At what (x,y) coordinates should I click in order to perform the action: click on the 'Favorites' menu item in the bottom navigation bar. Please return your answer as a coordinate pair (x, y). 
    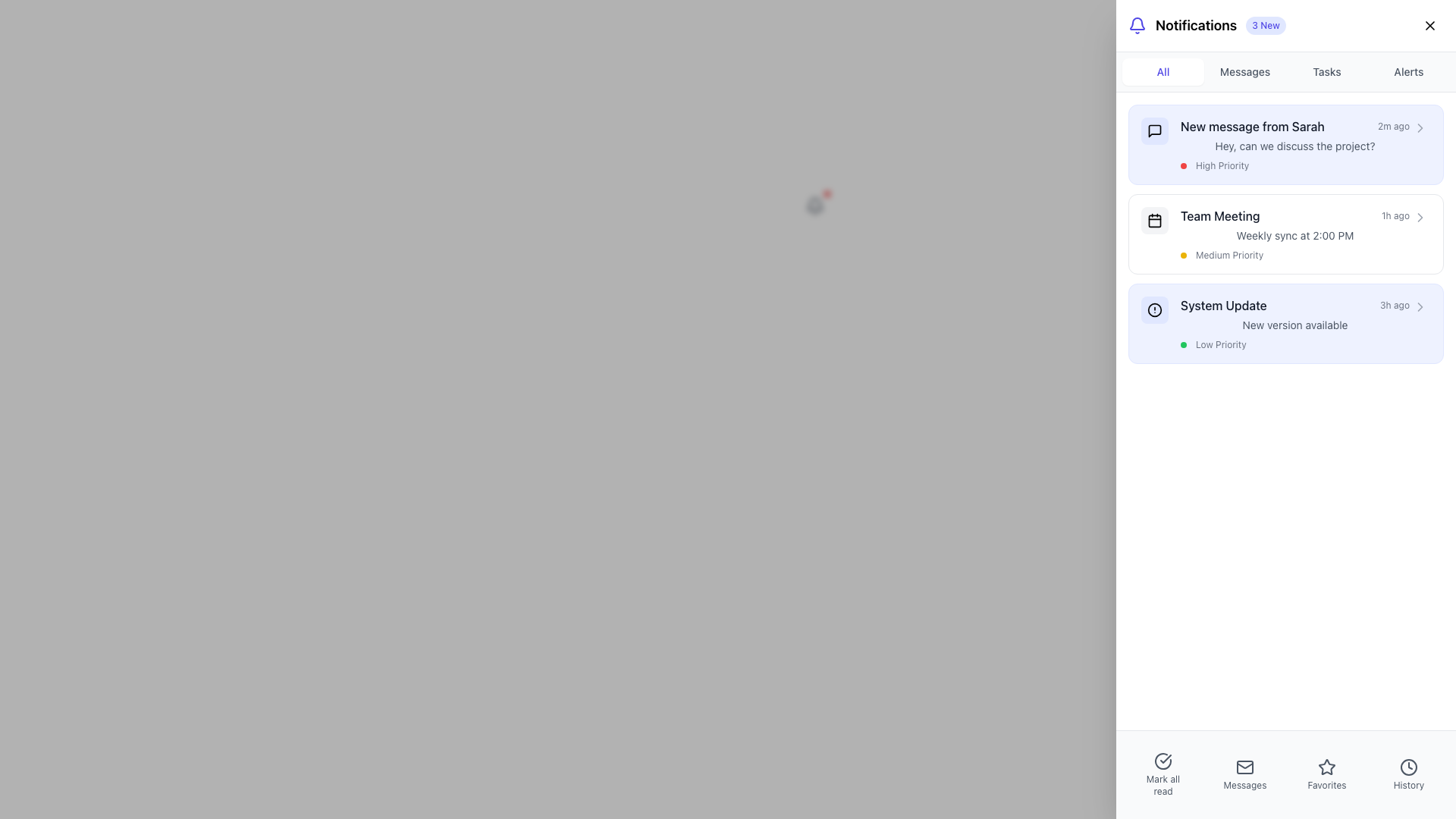
    Looking at the image, I should click on (1285, 775).